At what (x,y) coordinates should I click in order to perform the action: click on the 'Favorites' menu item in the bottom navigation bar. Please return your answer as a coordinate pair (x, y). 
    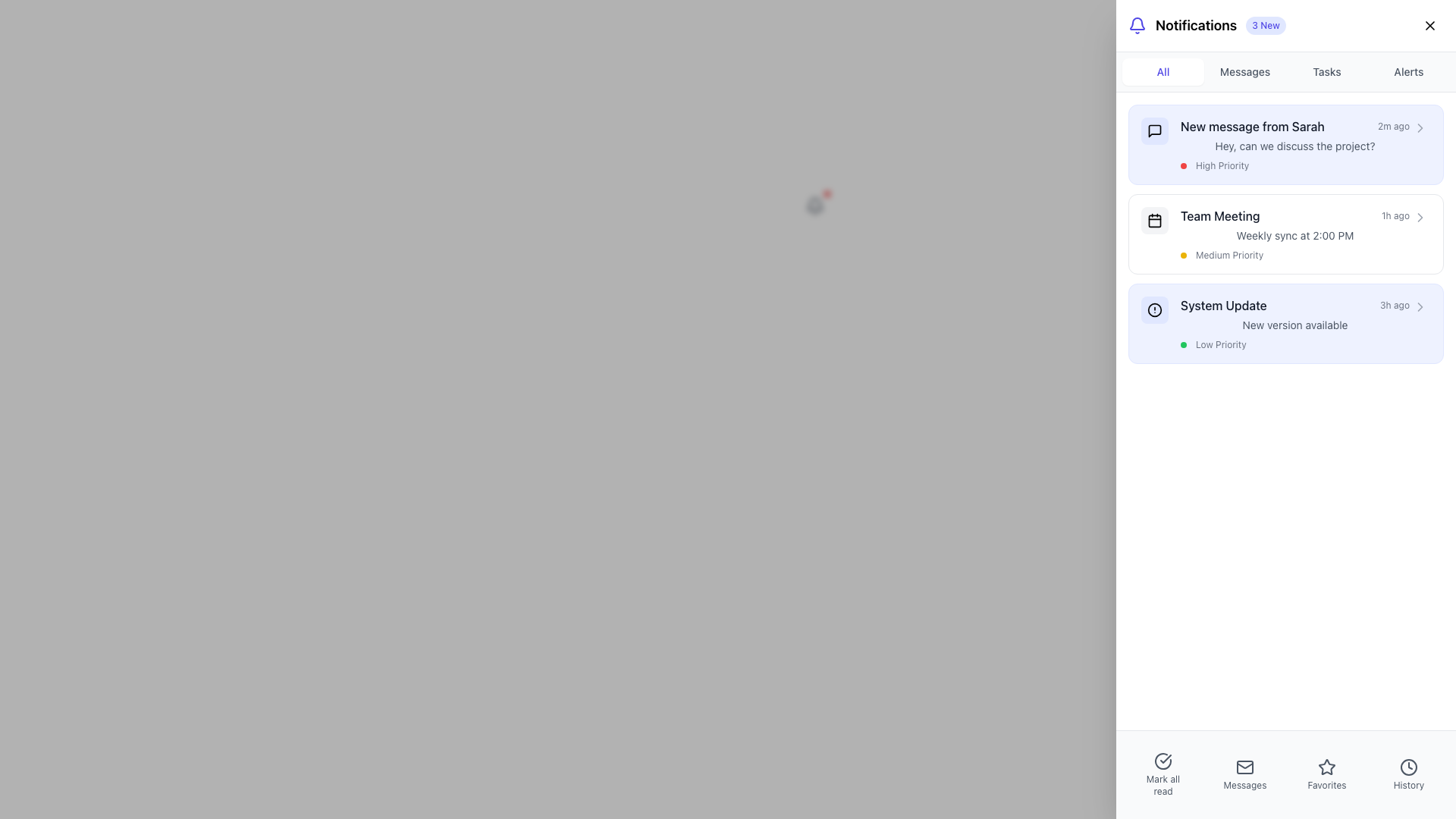
    Looking at the image, I should click on (1285, 775).